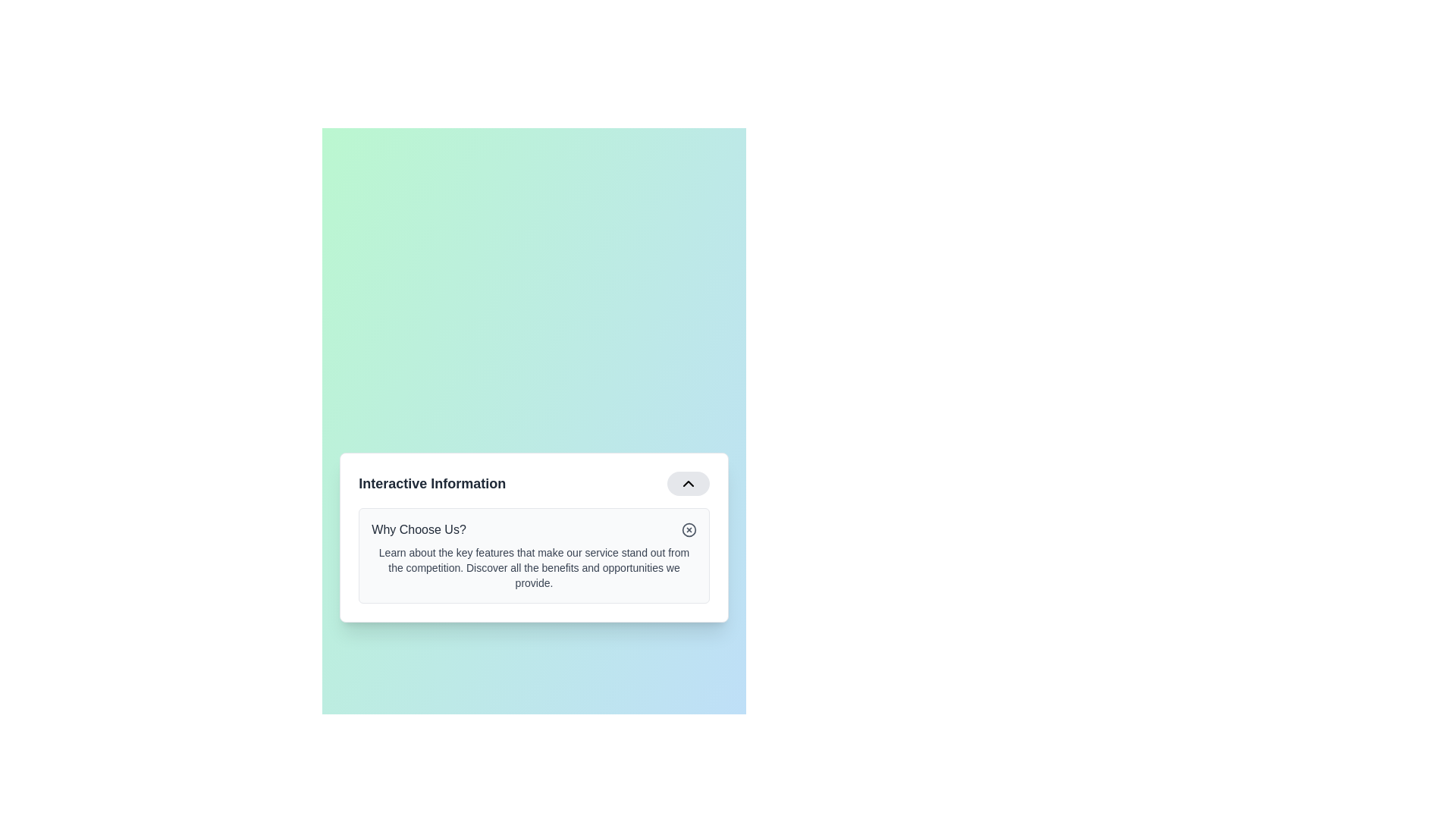  What do you see at coordinates (534, 555) in the screenshot?
I see `information displayed on the informational card titled 'Why Choose Us?' located in the lower half of the 'Interactive Information' section` at bounding box center [534, 555].